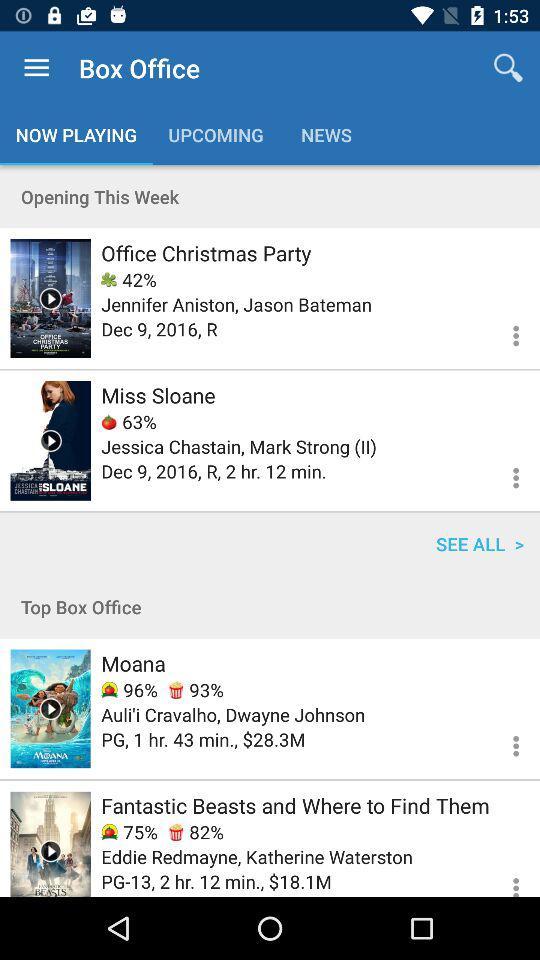 Image resolution: width=540 pixels, height=960 pixels. What do you see at coordinates (508, 68) in the screenshot?
I see `the icon to the right of box office` at bounding box center [508, 68].